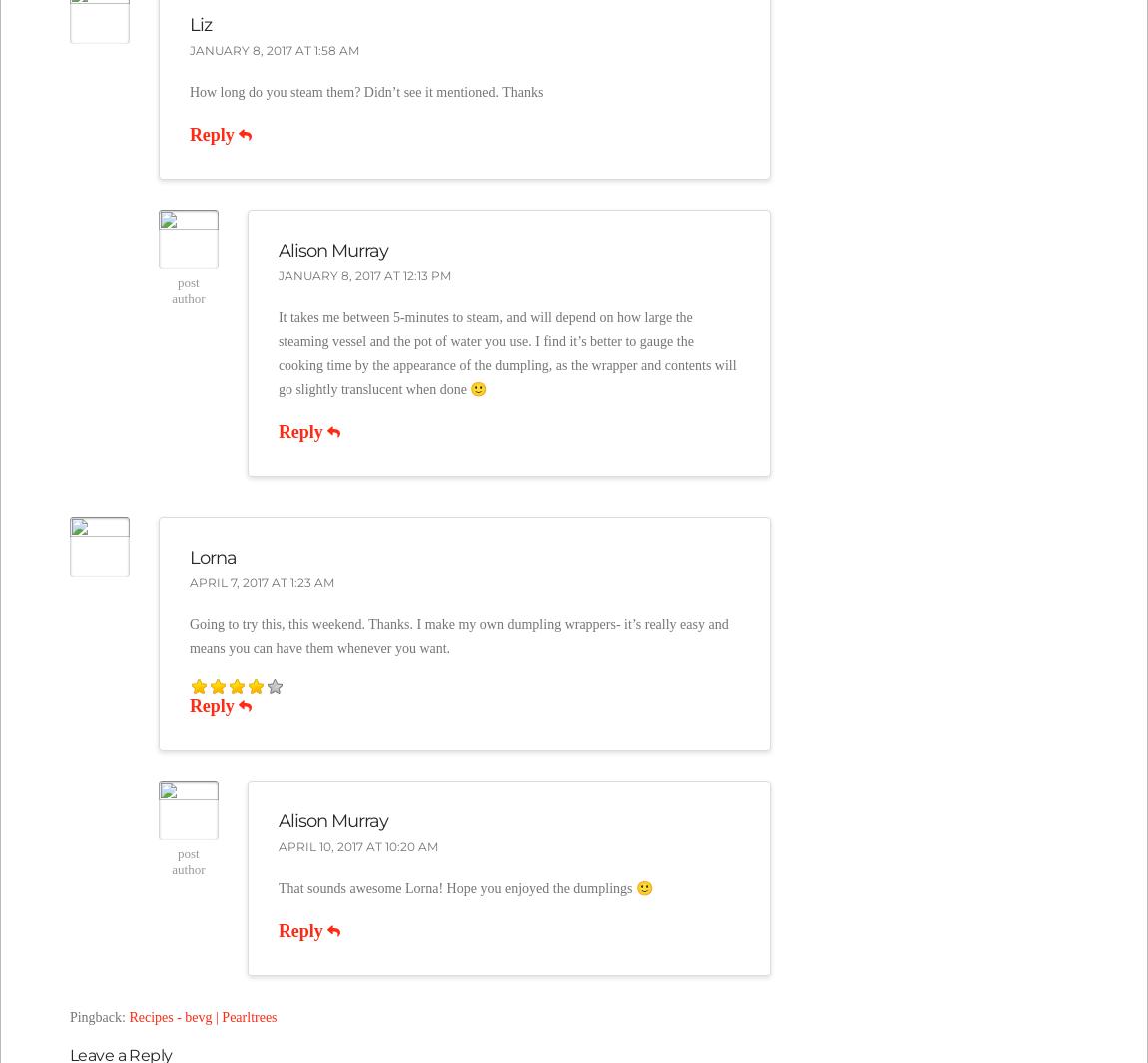 The height and width of the screenshot is (1063, 1148). I want to click on 'That sounds awesome Lorna! Hope you enjoyed the dumplings 🙂', so click(464, 888).